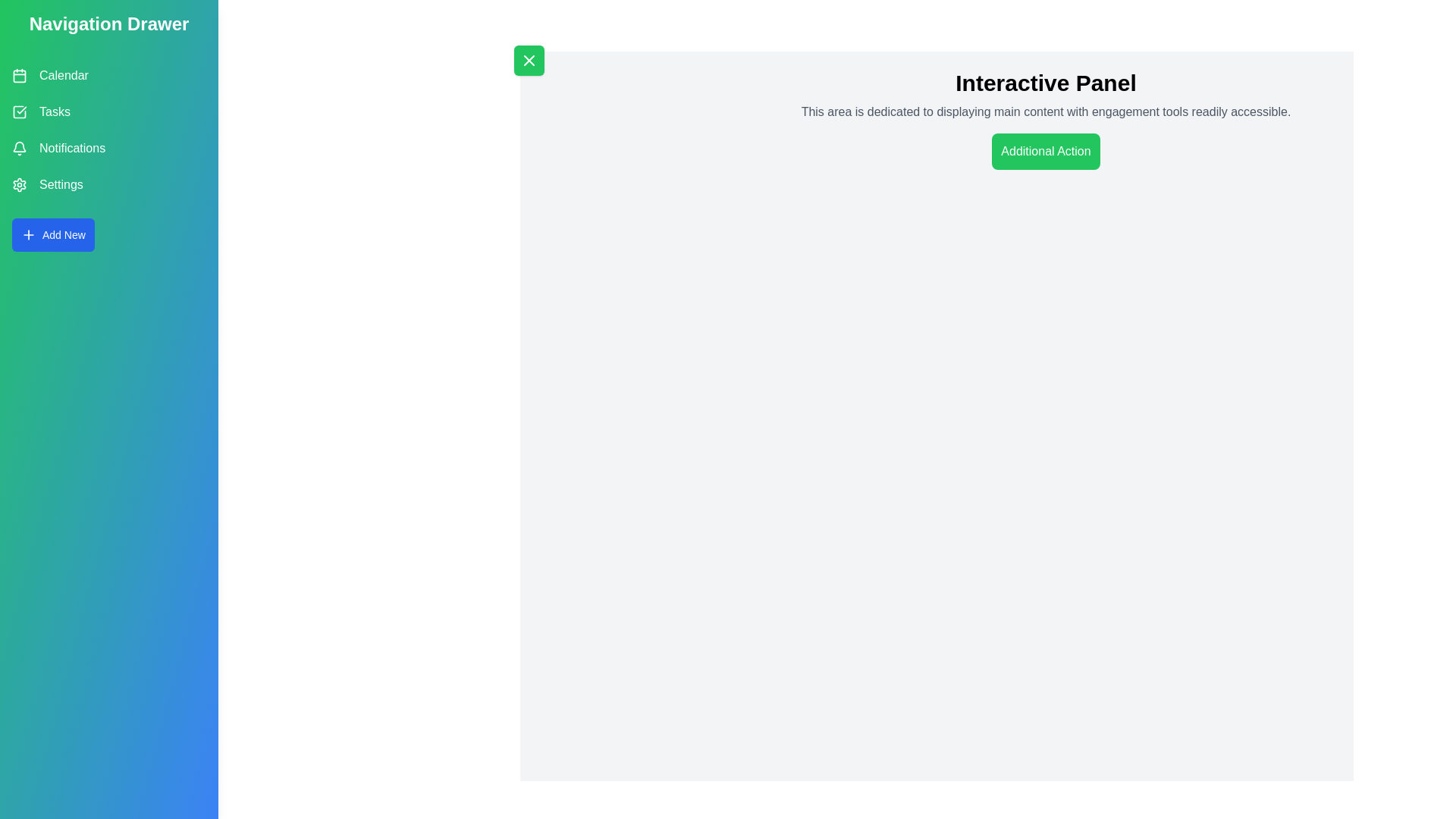 The height and width of the screenshot is (819, 1456). What do you see at coordinates (29, 234) in the screenshot?
I see `the '+' icon inside the blue rounded 'Add New' button located in the left navigation drawer` at bounding box center [29, 234].